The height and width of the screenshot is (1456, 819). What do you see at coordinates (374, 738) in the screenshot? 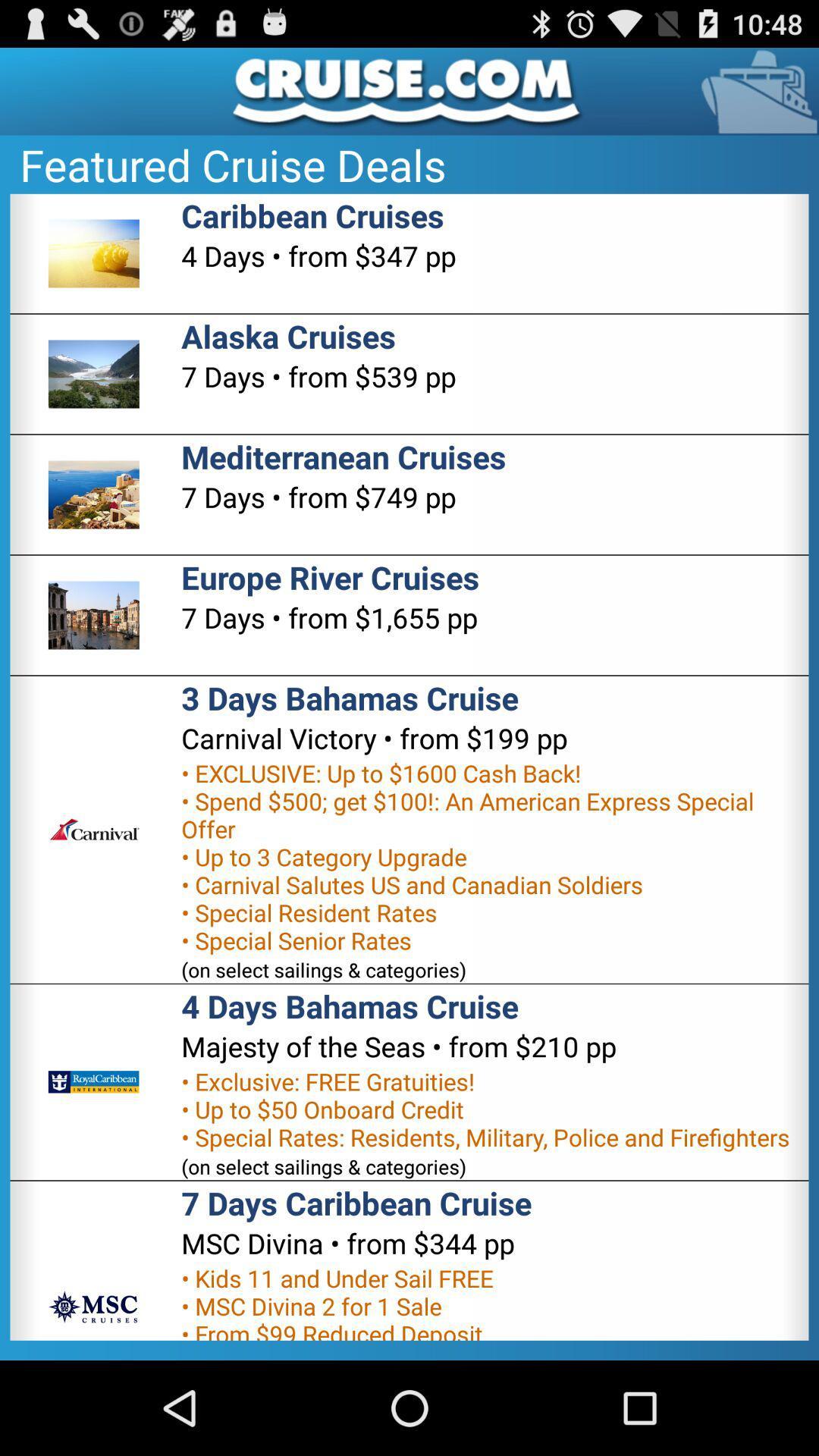
I see `the item above exclusive up to item` at bounding box center [374, 738].